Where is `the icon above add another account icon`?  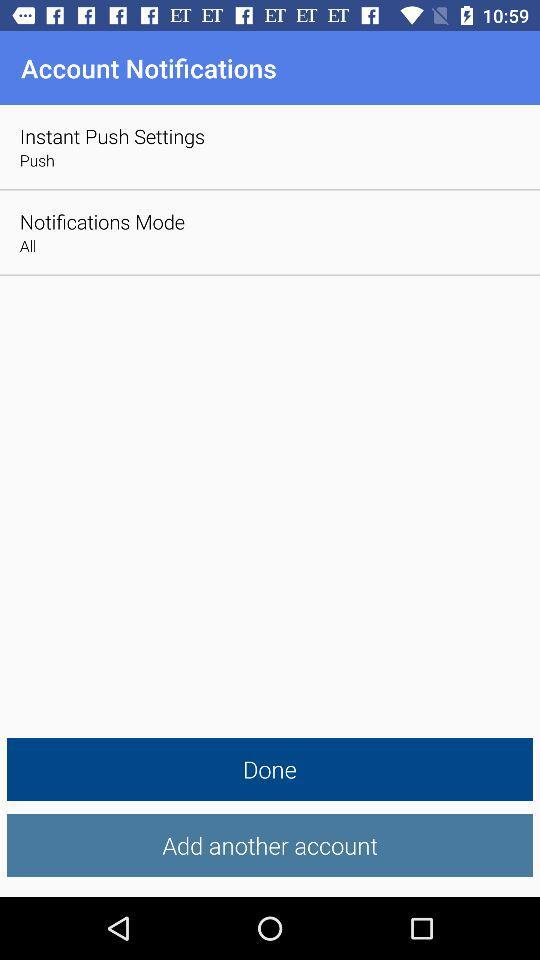
the icon above add another account icon is located at coordinates (270, 768).